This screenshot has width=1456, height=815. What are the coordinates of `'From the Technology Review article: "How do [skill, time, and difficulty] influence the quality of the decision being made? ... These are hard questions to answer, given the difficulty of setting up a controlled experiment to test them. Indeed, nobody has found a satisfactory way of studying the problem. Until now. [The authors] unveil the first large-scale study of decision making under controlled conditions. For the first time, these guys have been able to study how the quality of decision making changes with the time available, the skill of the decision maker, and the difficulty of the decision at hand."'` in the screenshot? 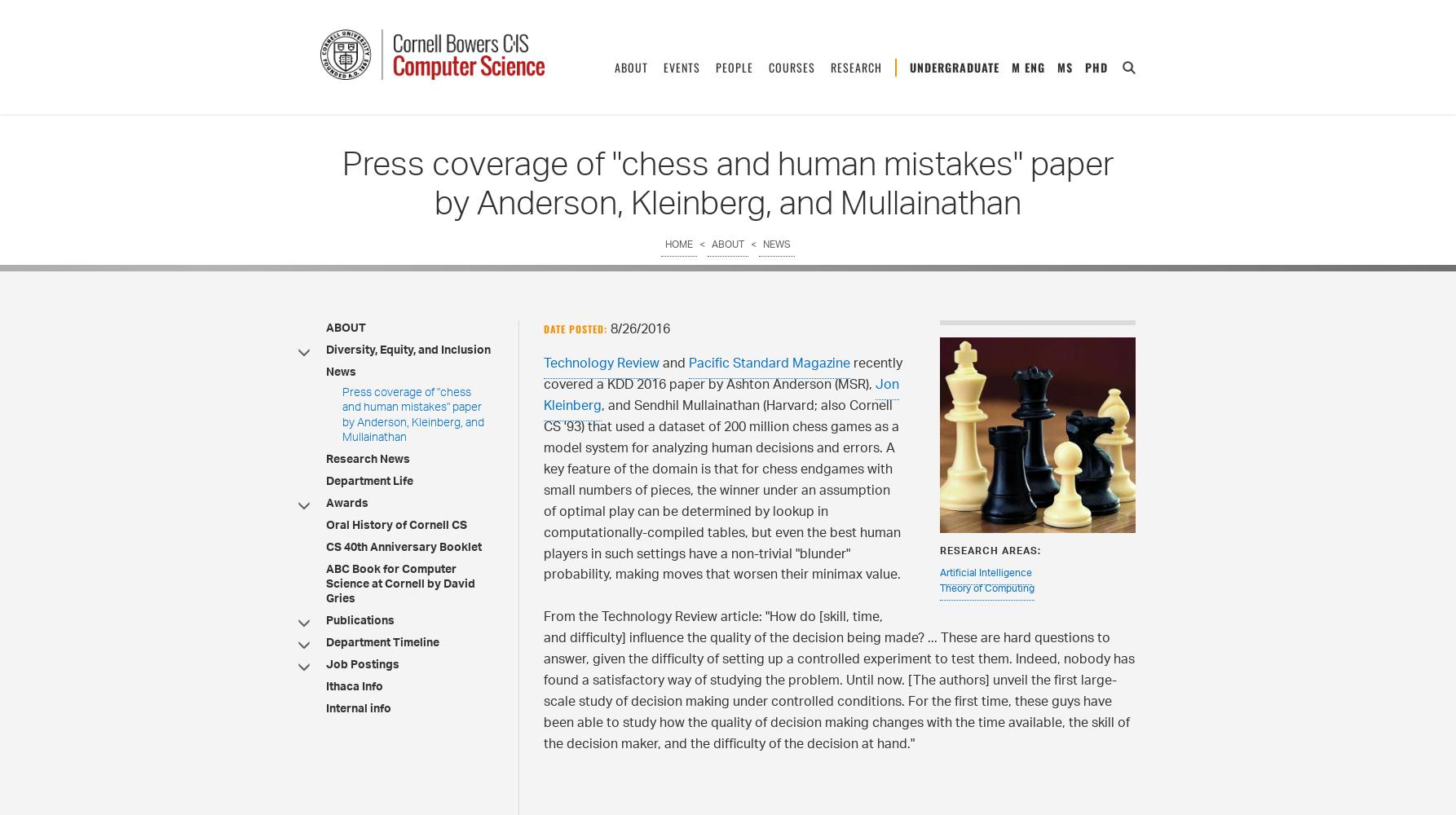 It's located at (542, 681).